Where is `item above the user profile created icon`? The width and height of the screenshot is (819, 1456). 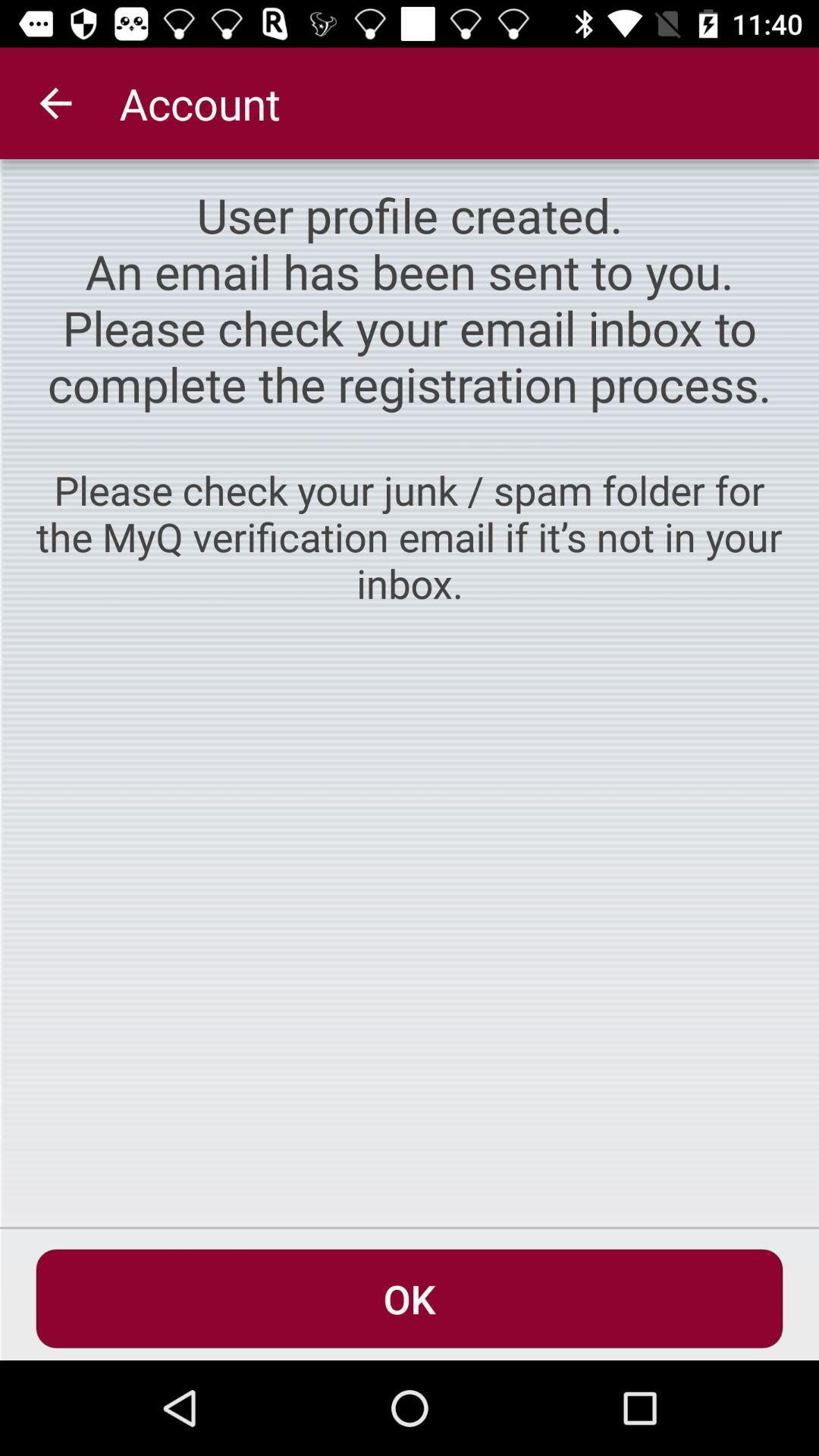
item above the user profile created icon is located at coordinates (55, 102).